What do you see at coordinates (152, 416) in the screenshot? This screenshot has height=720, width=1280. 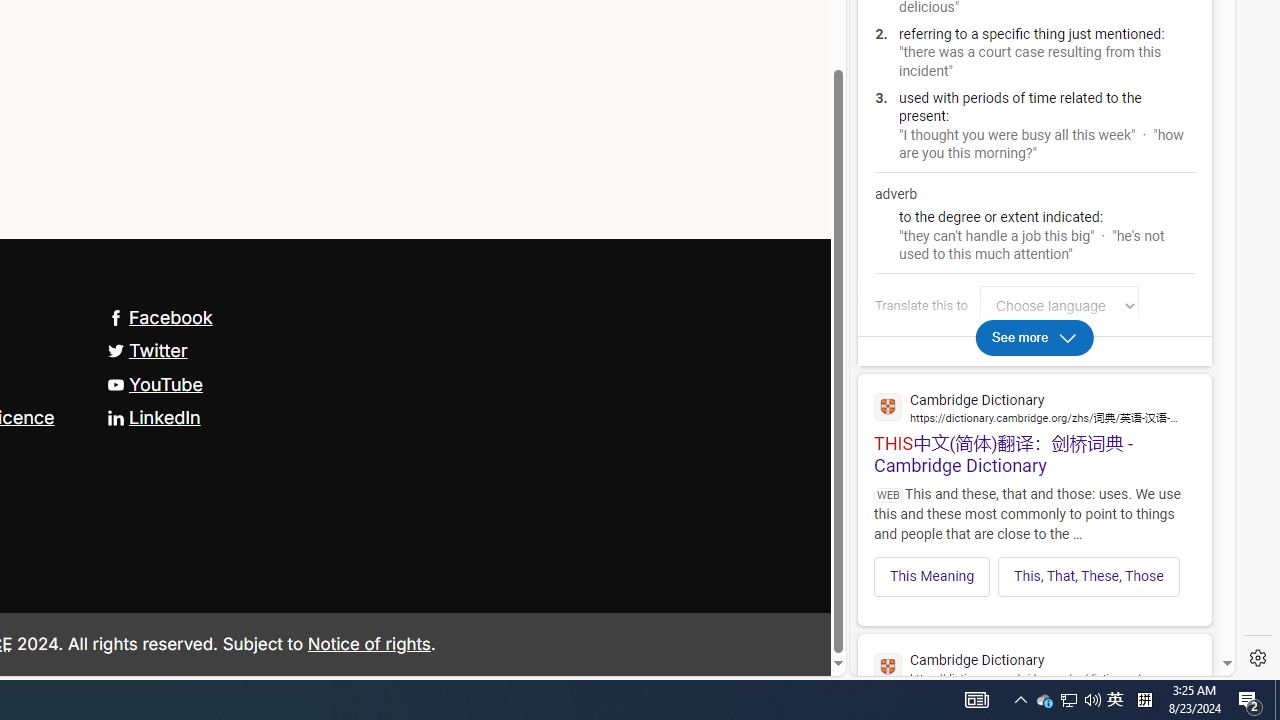 I see `'LinkedIn'` at bounding box center [152, 416].